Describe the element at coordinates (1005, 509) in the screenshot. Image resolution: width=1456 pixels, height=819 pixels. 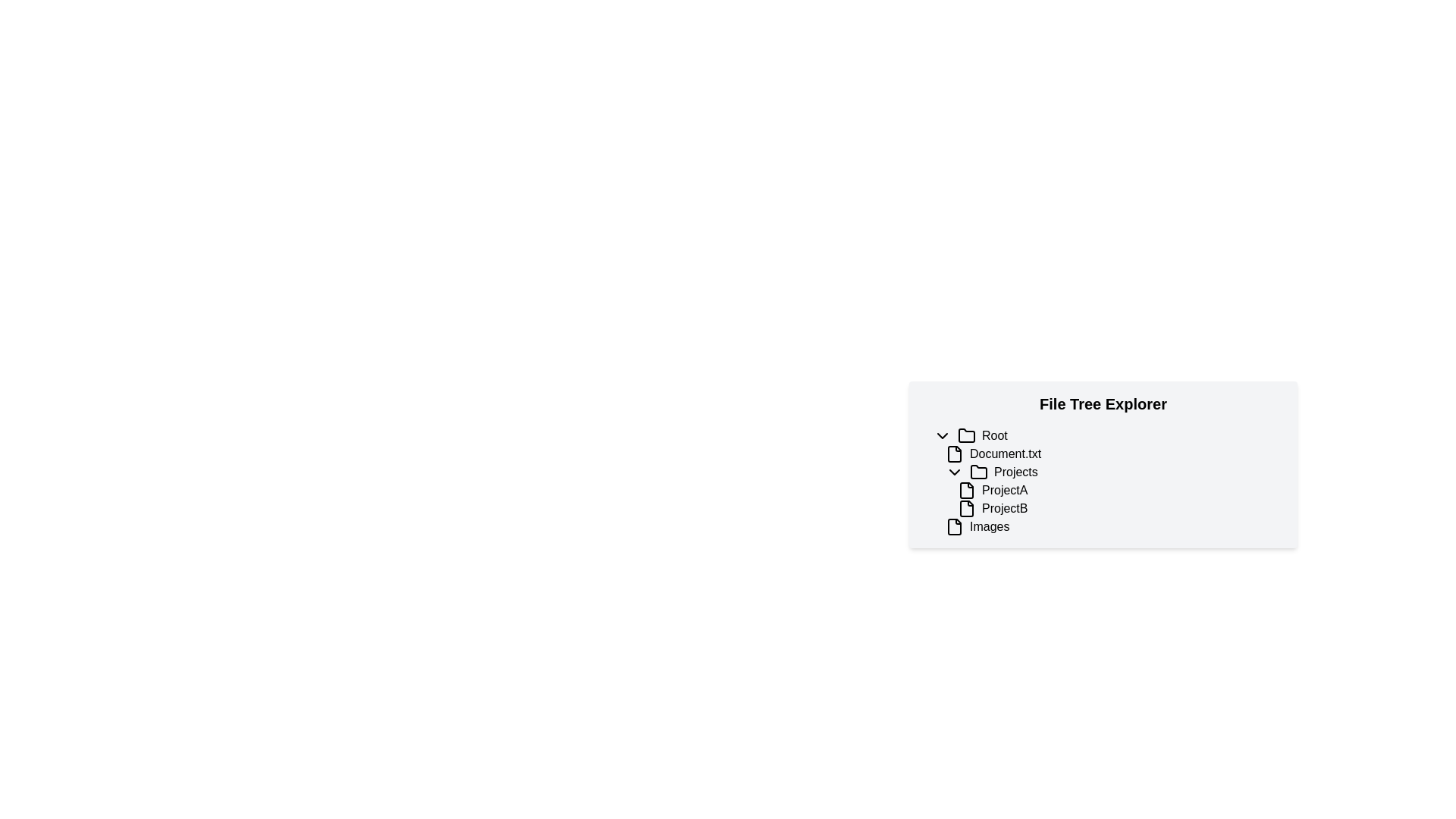
I see `the text label 'ProjectB'` at that location.